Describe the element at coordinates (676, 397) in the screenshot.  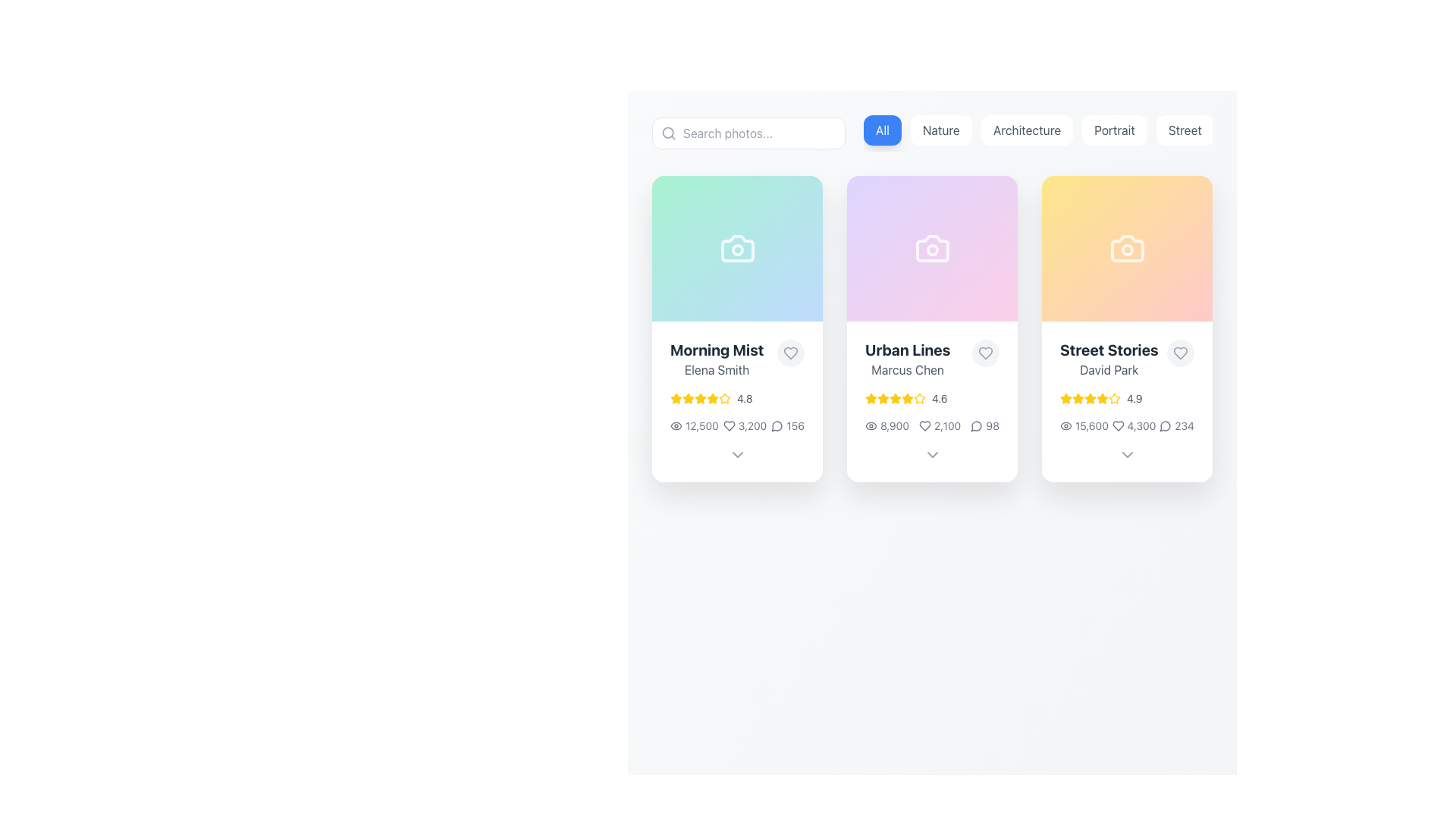
I see `the first star icon in the 'Morning Mist' card, which is golden yellow and represents a rating indication` at that location.